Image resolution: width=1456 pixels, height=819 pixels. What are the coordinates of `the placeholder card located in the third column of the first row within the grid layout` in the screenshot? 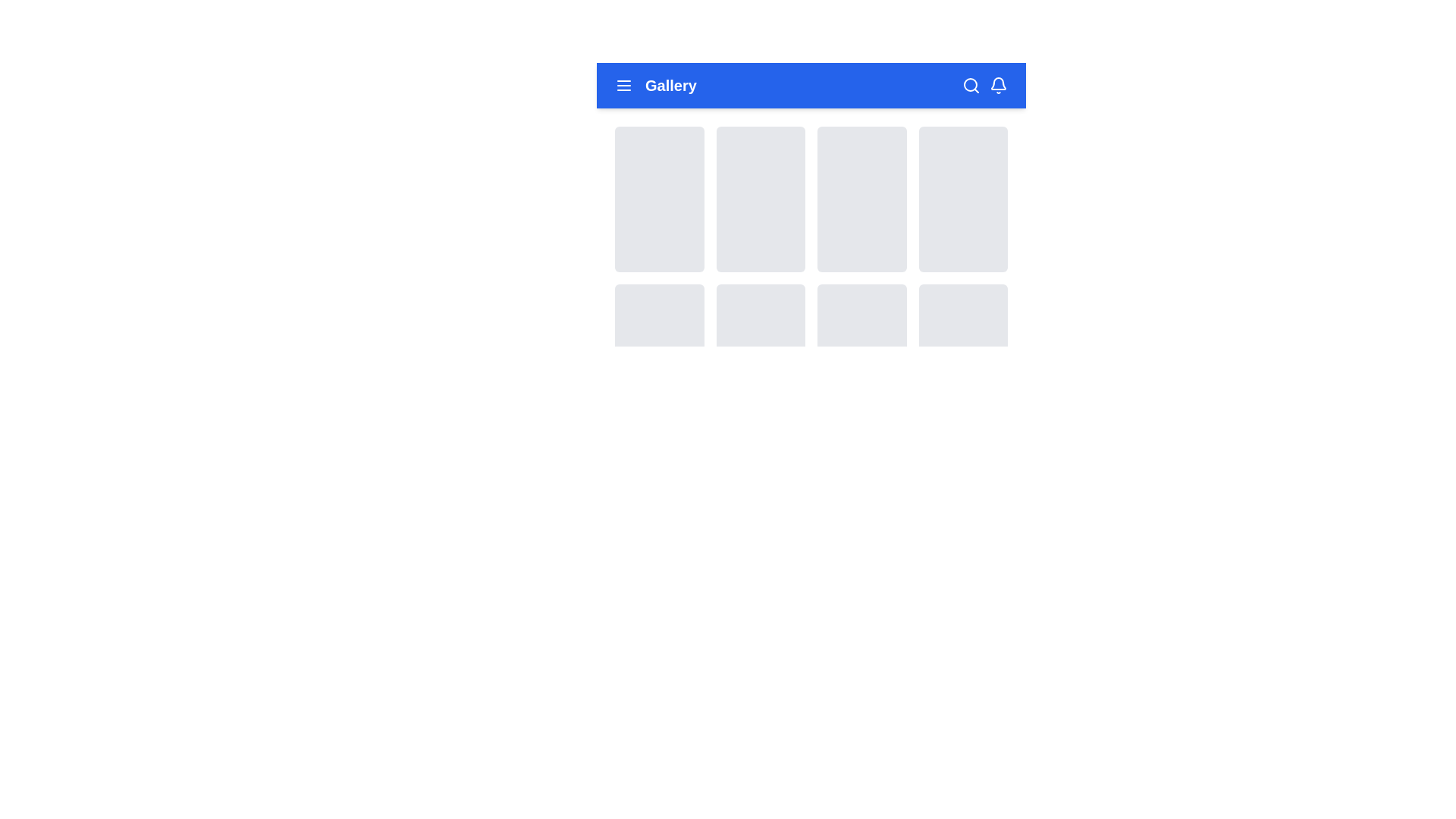 It's located at (861, 198).